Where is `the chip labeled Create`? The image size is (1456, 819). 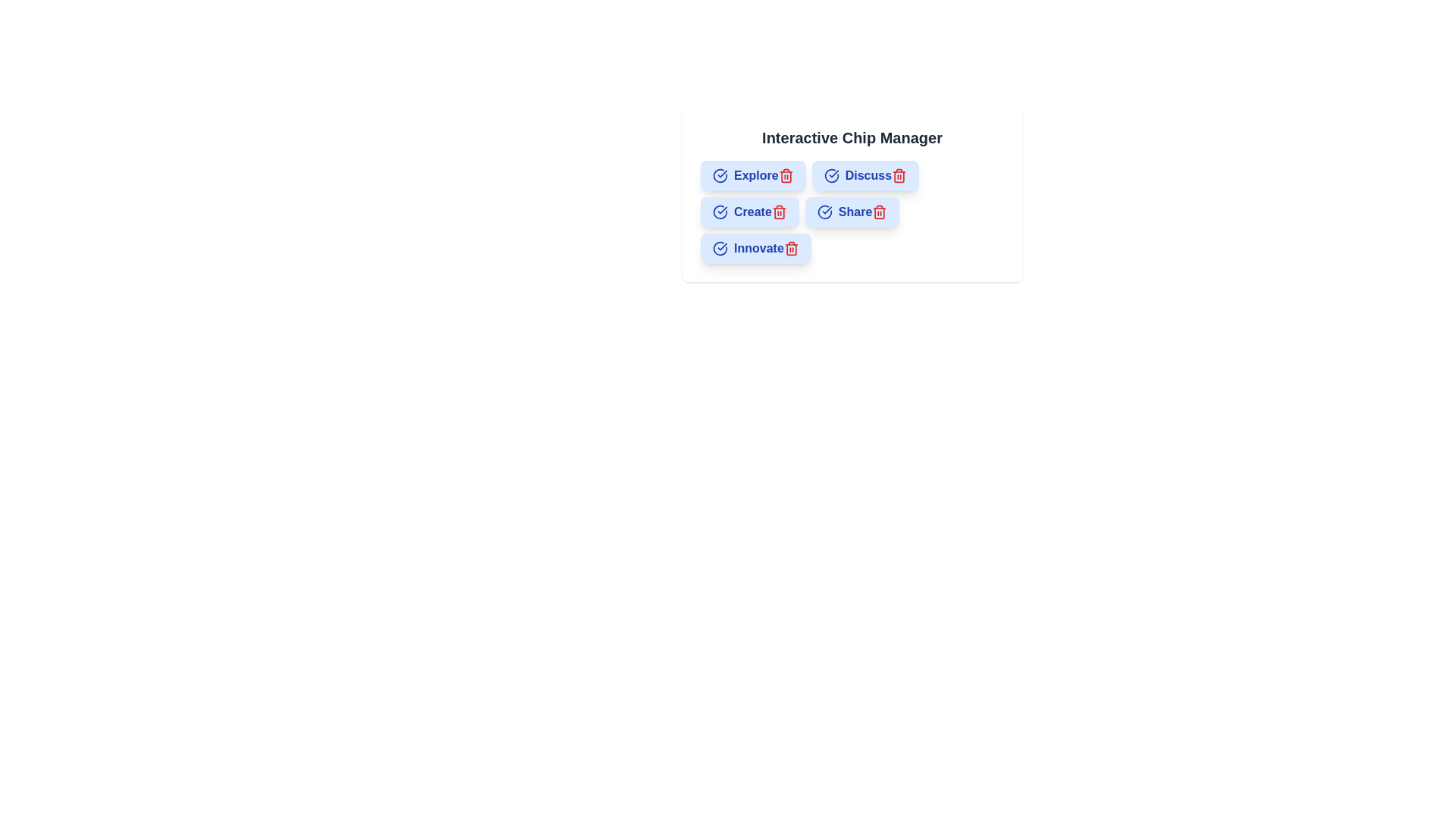
the chip labeled Create is located at coordinates (749, 212).